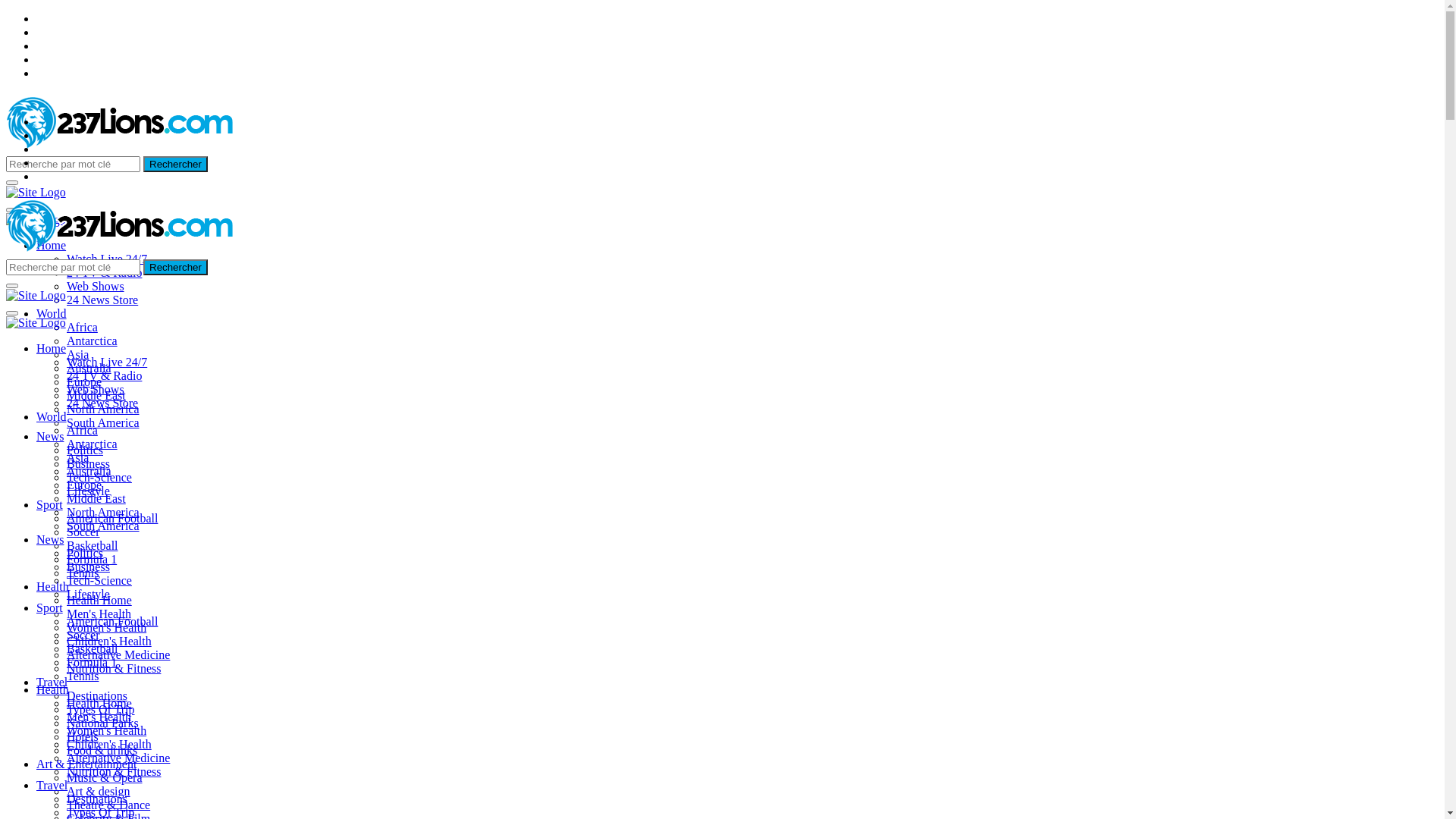  Describe the element at coordinates (91, 444) in the screenshot. I see `'Antarctica'` at that location.